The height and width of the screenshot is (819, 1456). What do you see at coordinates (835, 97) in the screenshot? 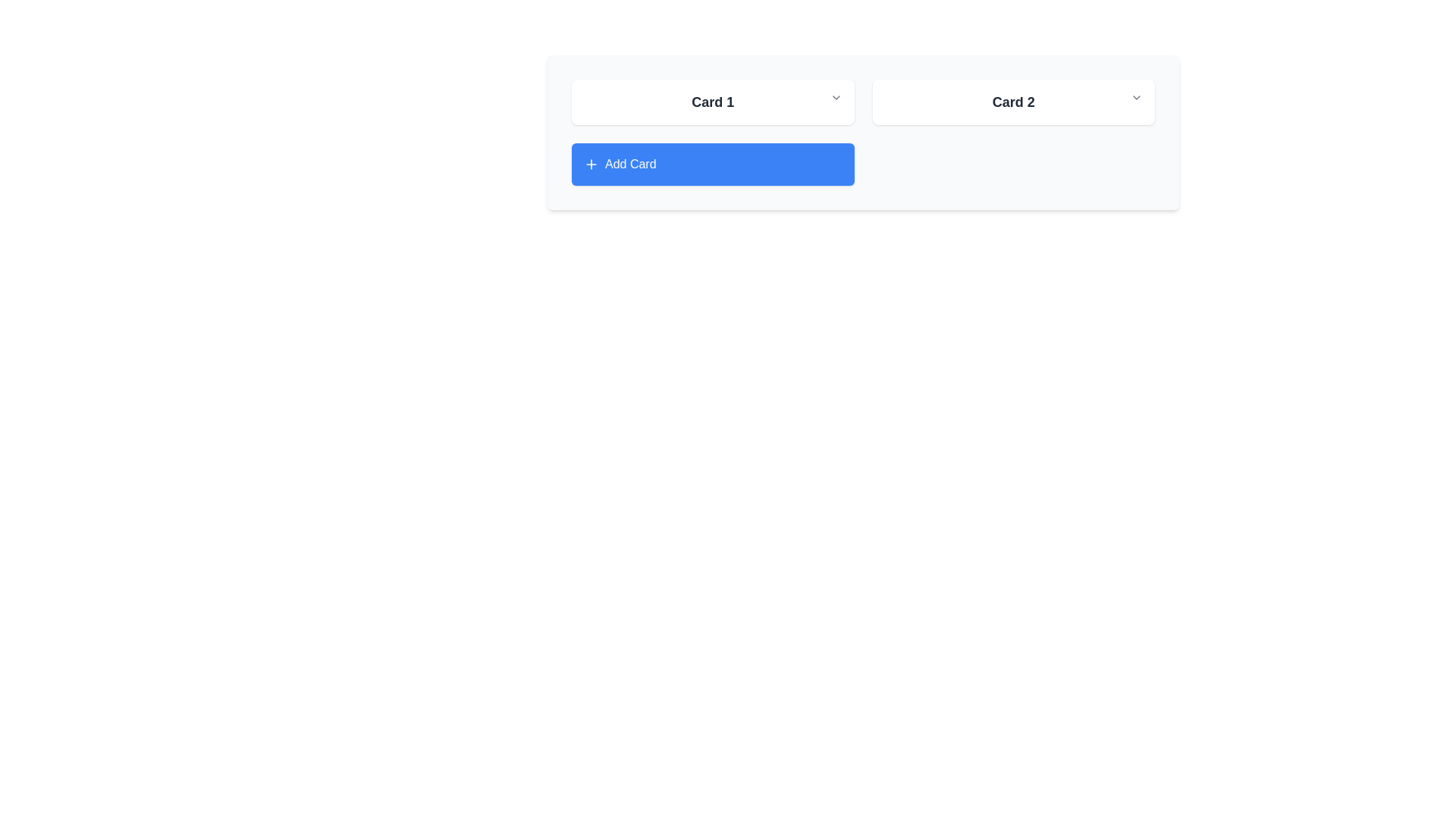
I see `the chevron-down icon located at the top-right corner of 'Card 1' section to interact with visual feedback` at bounding box center [835, 97].